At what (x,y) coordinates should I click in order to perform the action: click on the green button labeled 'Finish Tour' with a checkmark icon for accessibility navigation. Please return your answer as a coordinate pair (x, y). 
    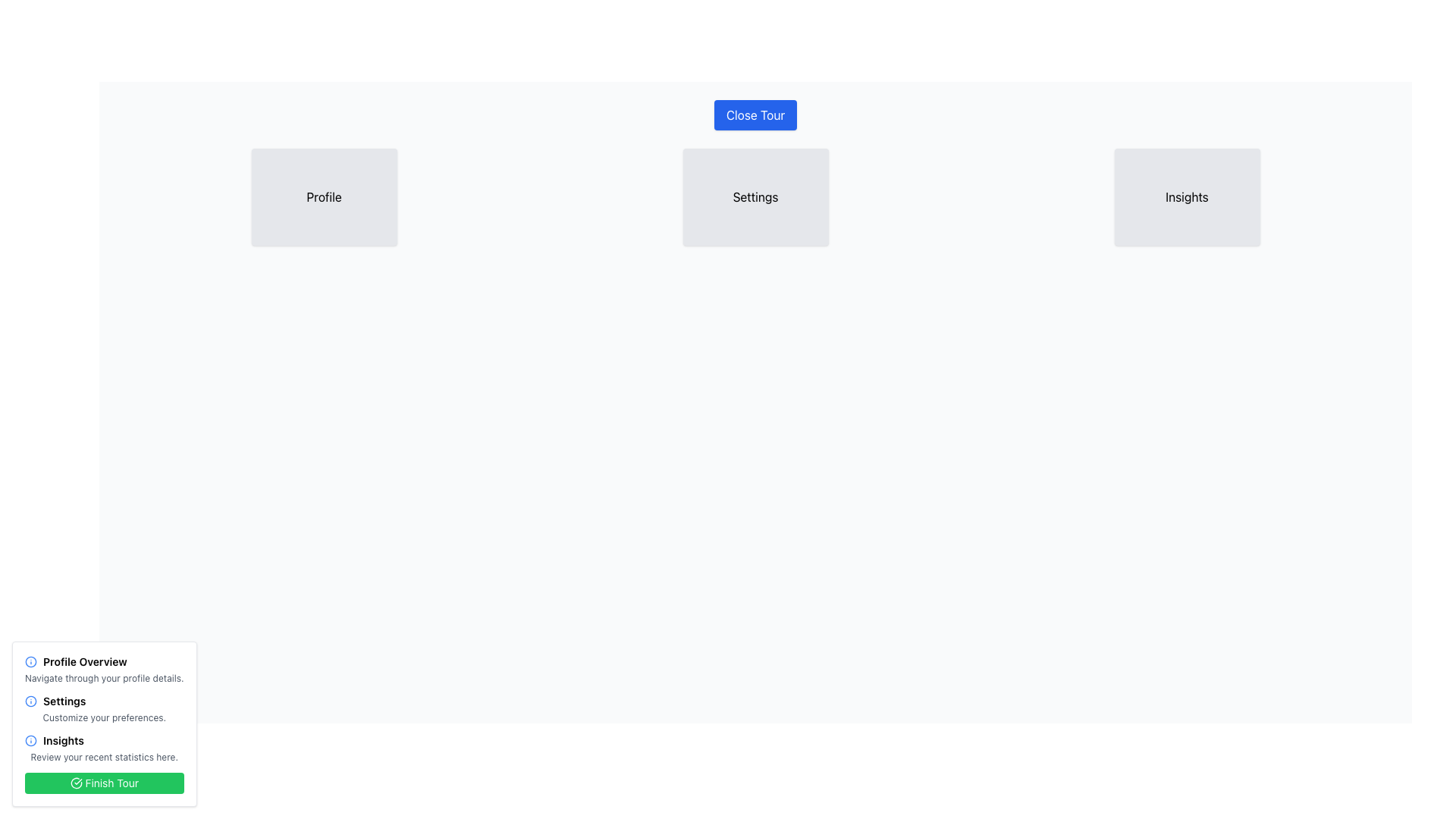
    Looking at the image, I should click on (103, 783).